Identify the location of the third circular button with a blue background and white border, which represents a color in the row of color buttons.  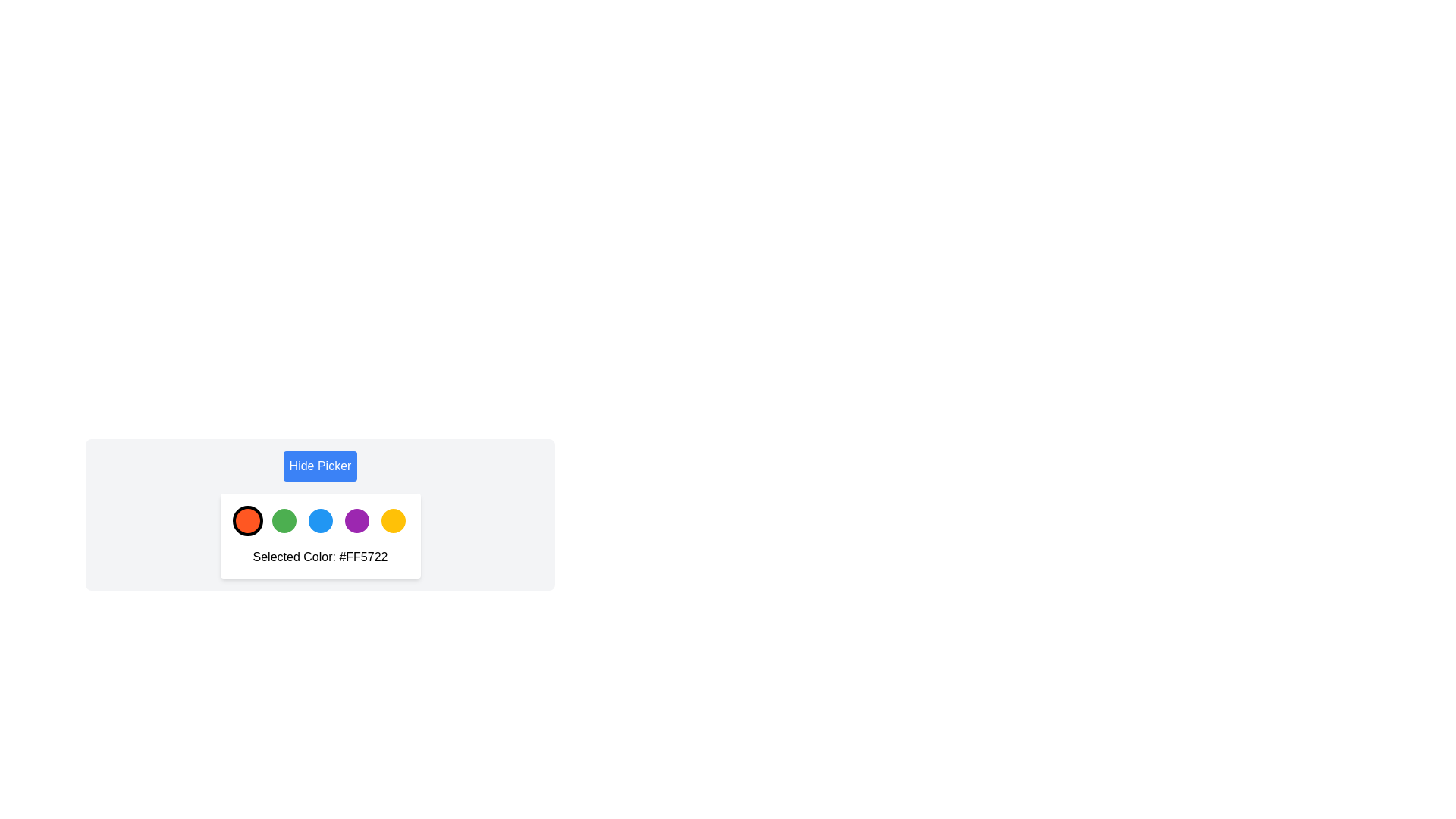
(319, 513).